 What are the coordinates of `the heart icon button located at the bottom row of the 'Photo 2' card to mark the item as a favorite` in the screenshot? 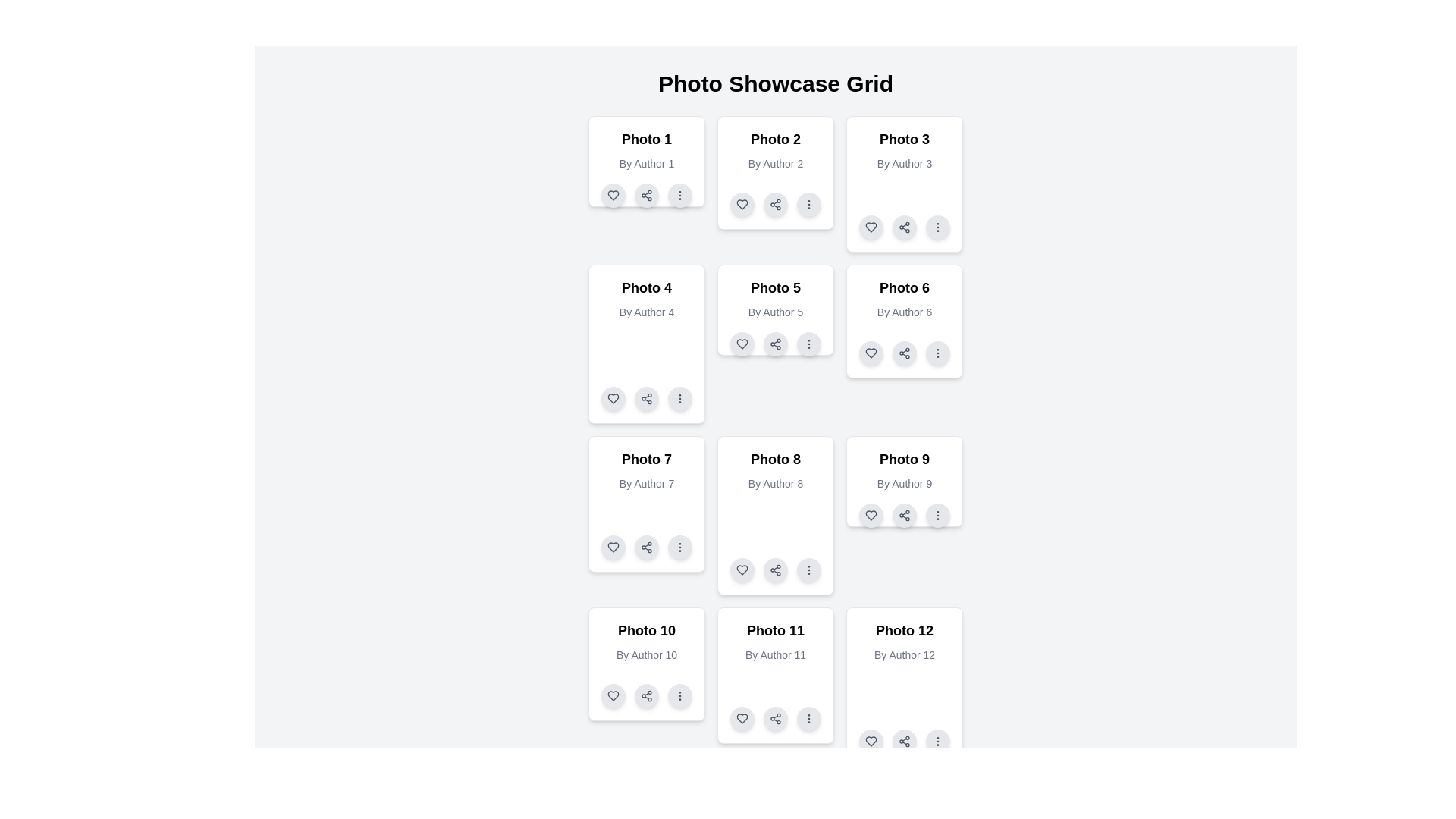 It's located at (742, 205).